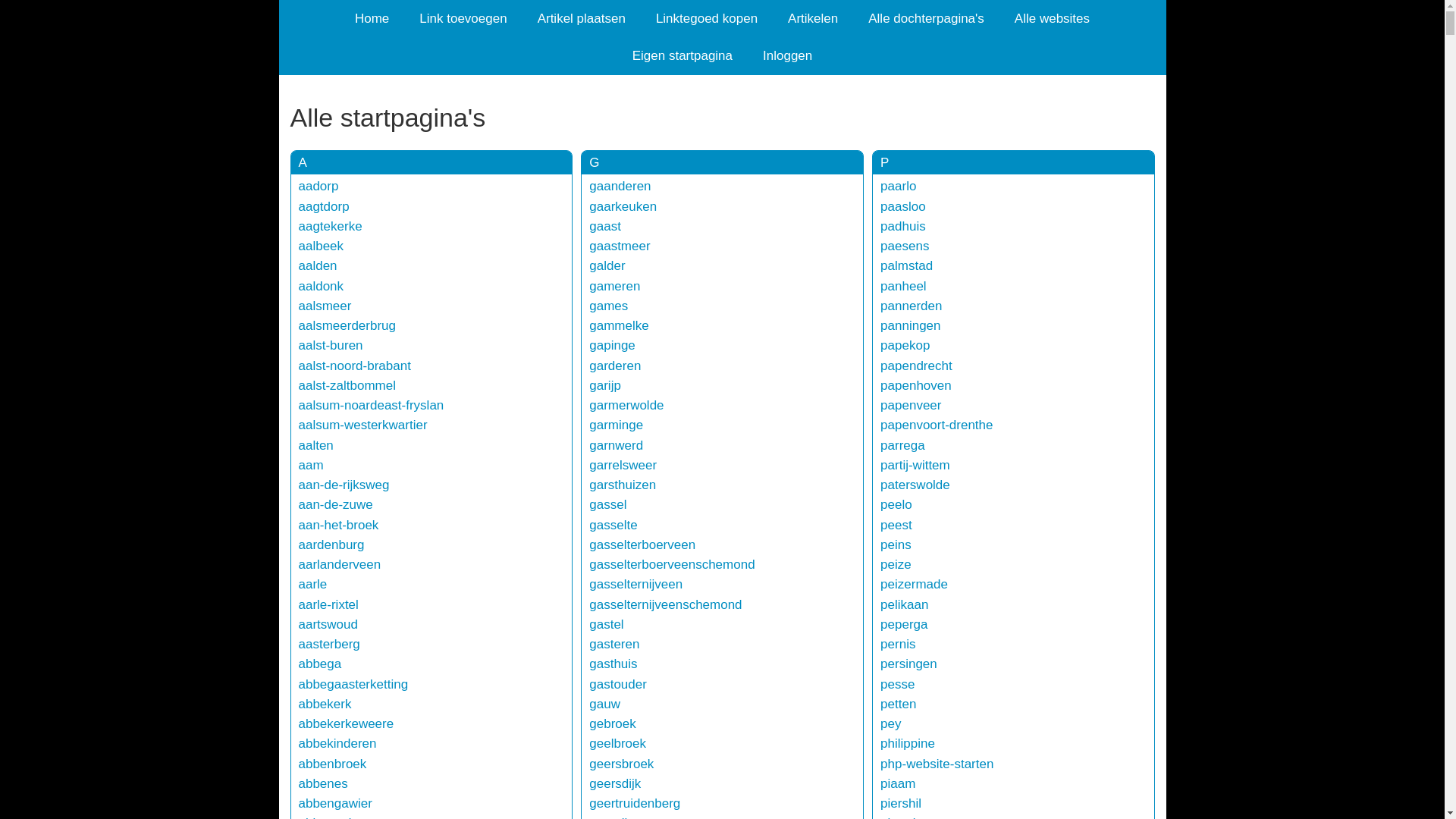 This screenshot has height=819, width=1456. What do you see at coordinates (915, 366) in the screenshot?
I see `'papendrecht'` at bounding box center [915, 366].